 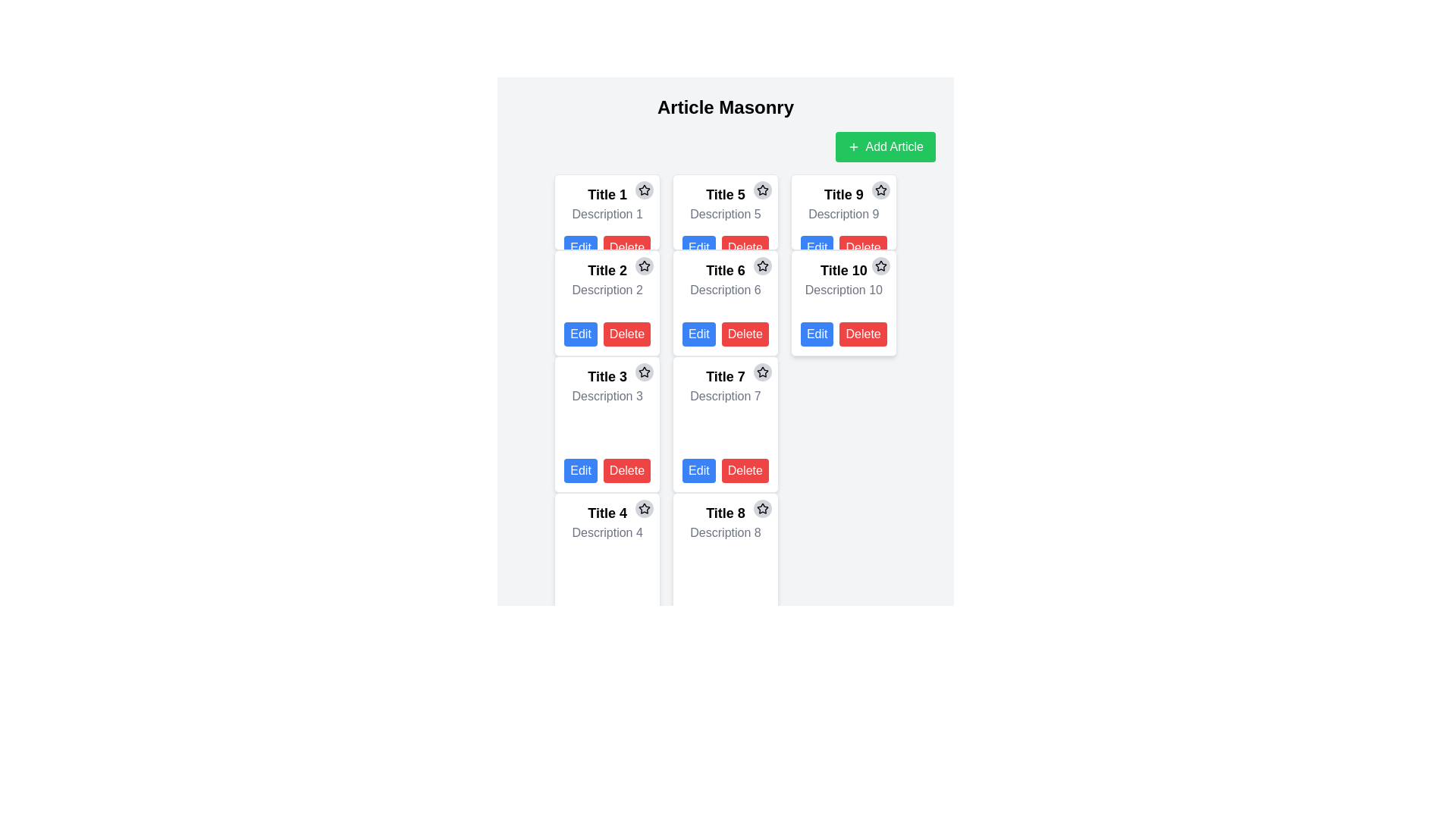 What do you see at coordinates (762, 508) in the screenshot?
I see `the star SVG graphic icon located in the top-right corner of the card labeled 'Title 8 Description 8' to mark the associated item as a favorite` at bounding box center [762, 508].